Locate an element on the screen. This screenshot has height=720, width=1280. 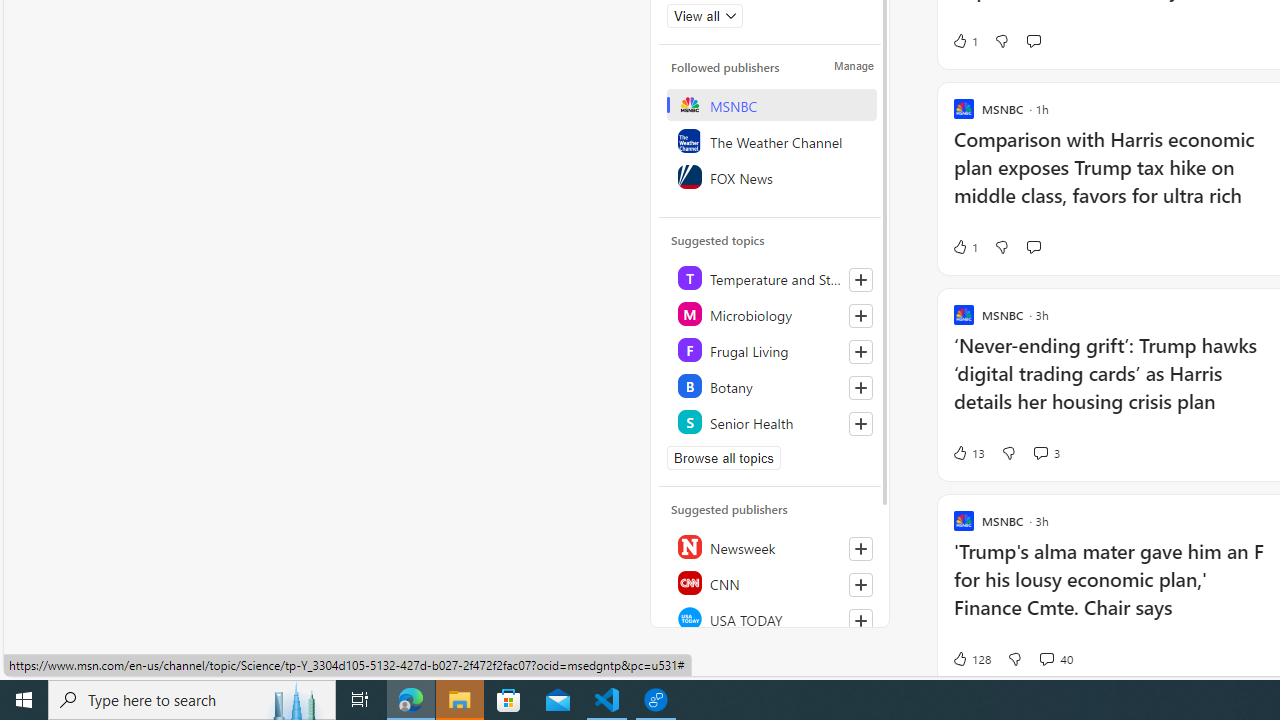
'View comments 3 Comment' is located at coordinates (1044, 452).